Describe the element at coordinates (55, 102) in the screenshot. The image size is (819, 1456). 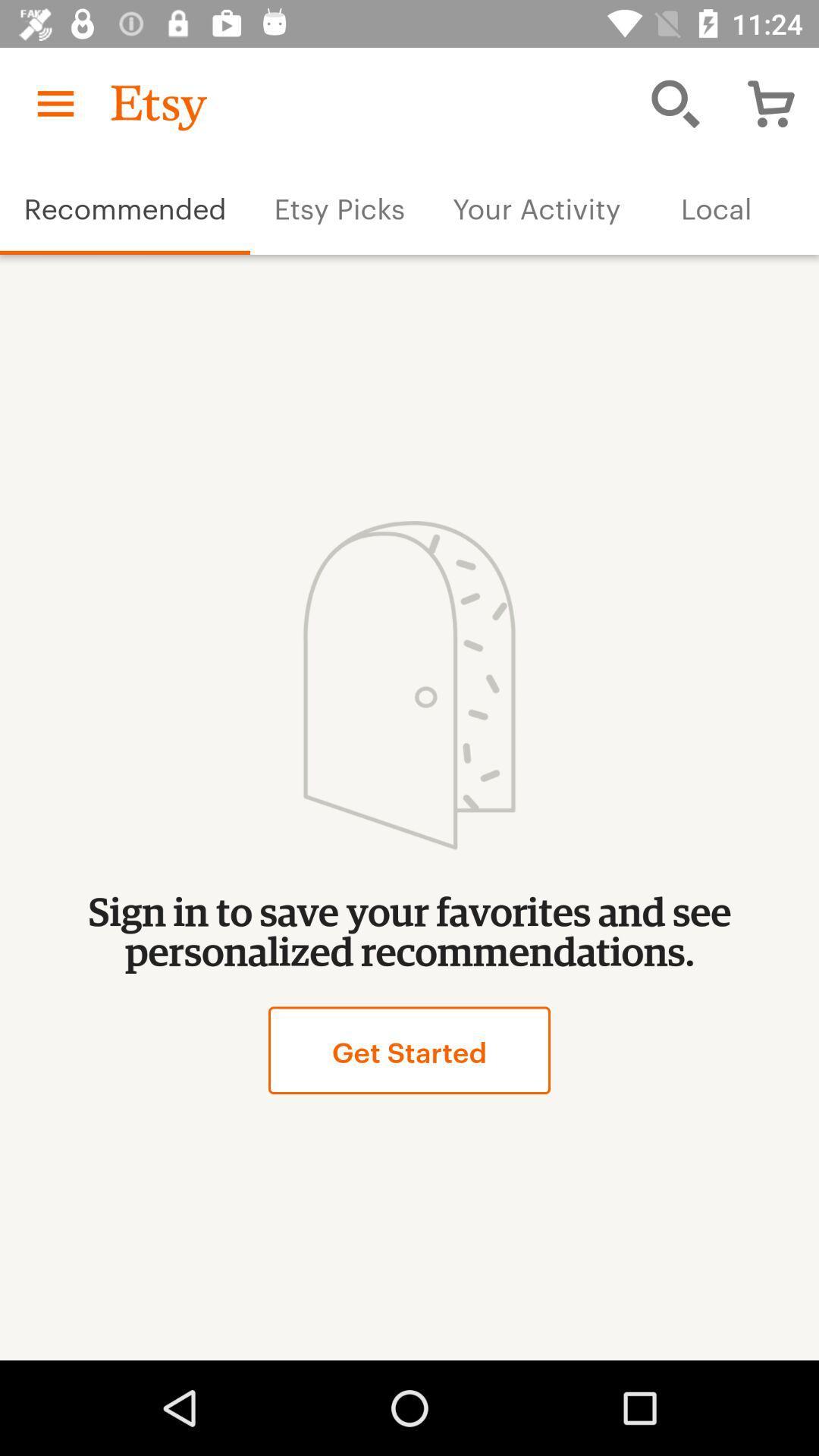
I see `the item above the recommended` at that location.